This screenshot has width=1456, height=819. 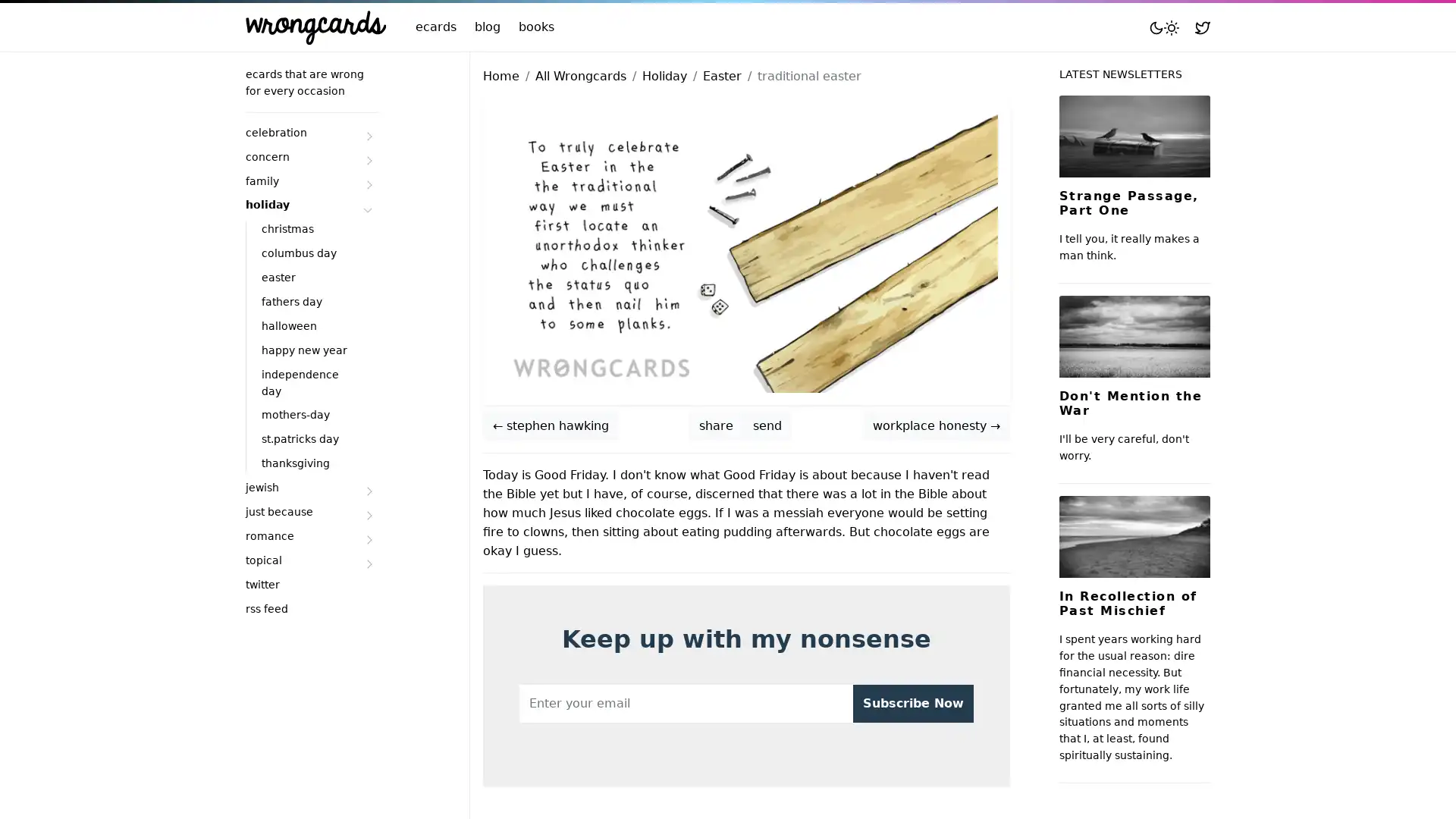 I want to click on Submenu, so click(x=367, y=563).